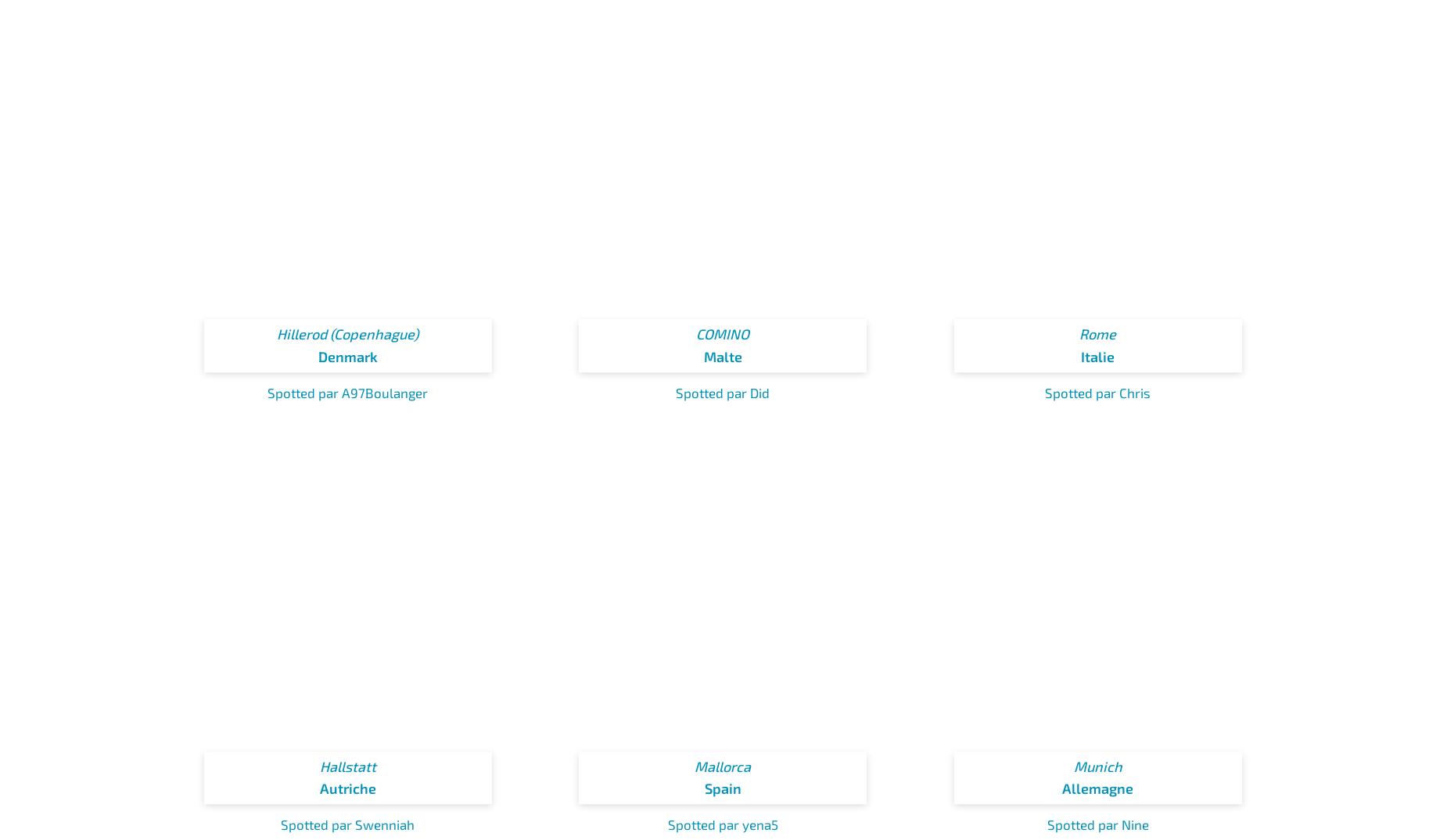 Image resolution: width=1447 pixels, height=840 pixels. Describe the element at coordinates (722, 787) in the screenshot. I see `'Spain'` at that location.